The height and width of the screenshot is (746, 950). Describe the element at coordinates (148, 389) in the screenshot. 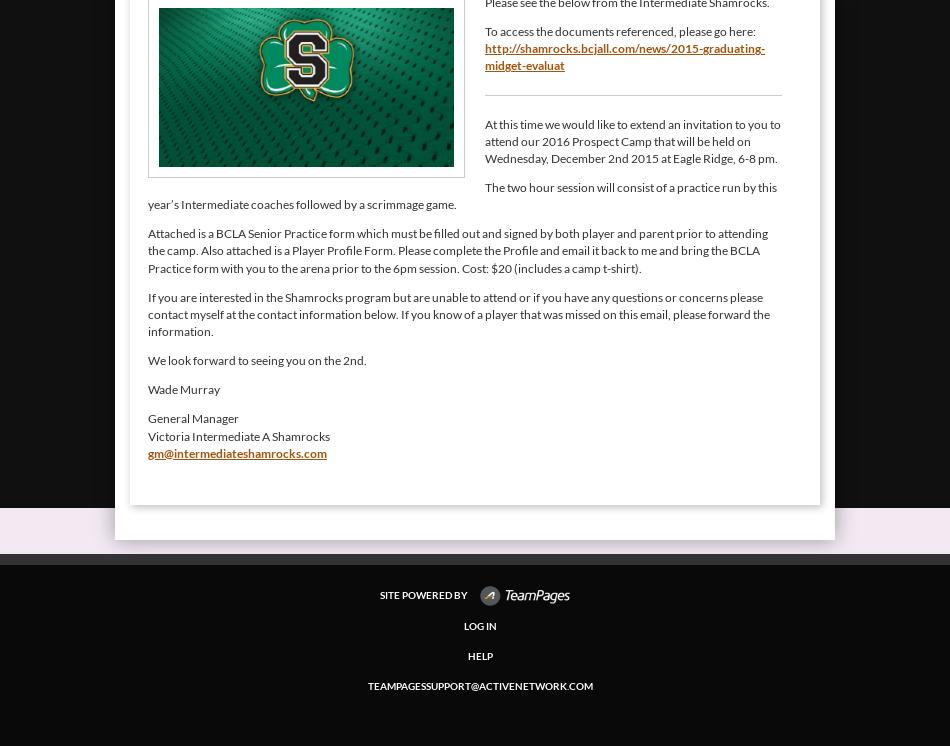

I see `'Wade Murray'` at that location.